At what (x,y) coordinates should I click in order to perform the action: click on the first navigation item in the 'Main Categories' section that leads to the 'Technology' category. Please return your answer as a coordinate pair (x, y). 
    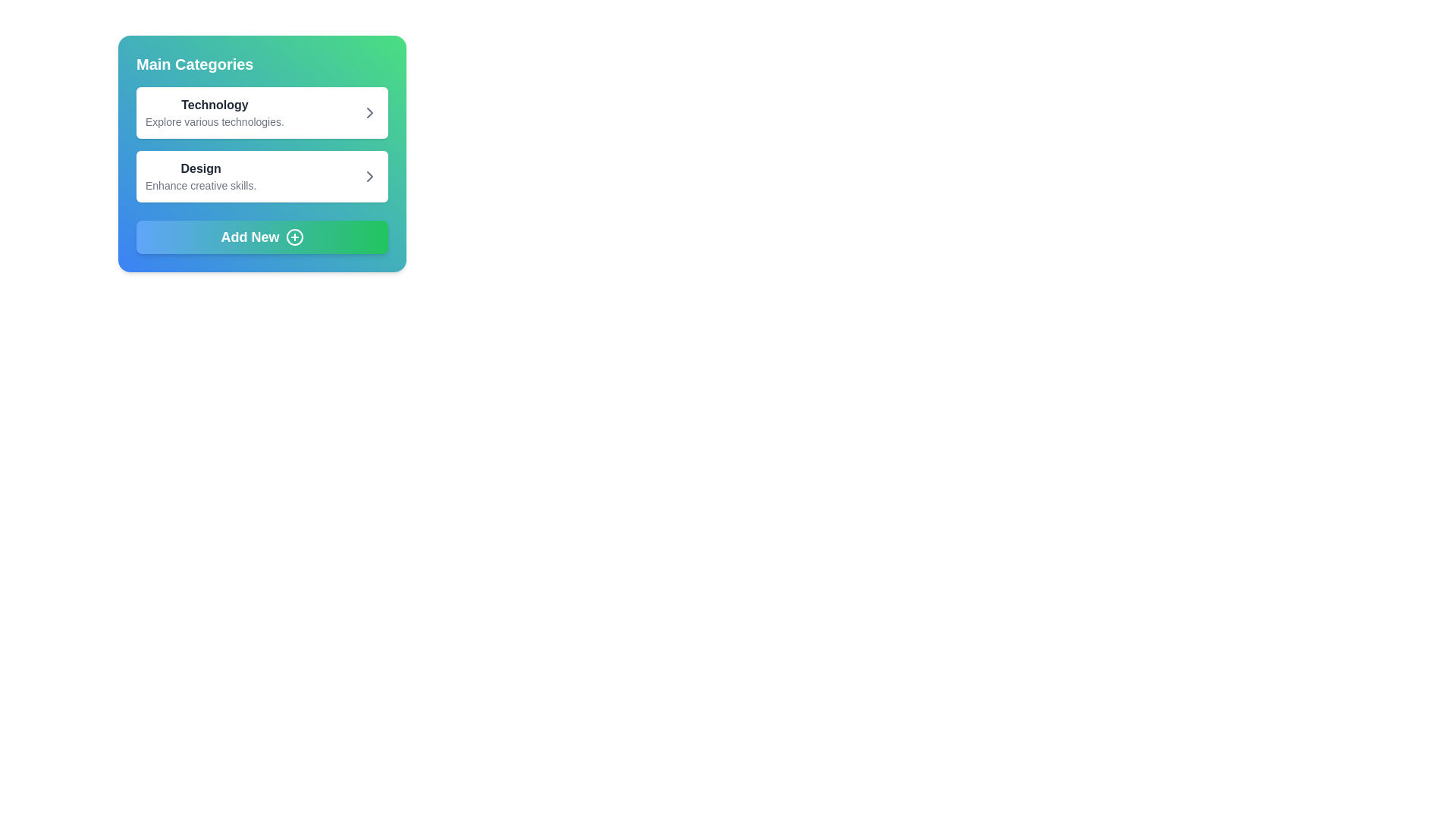
    Looking at the image, I should click on (262, 112).